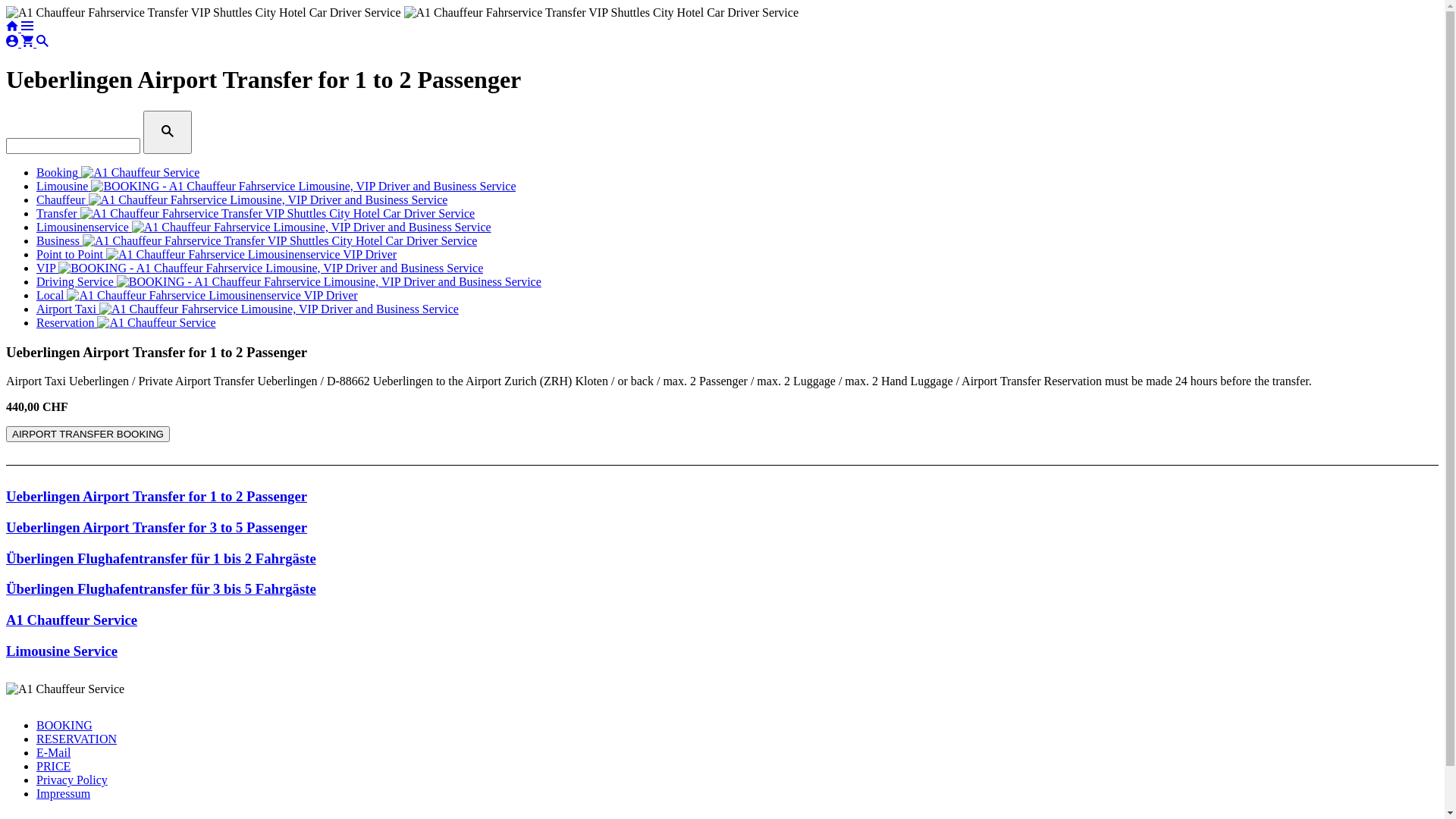 The image size is (1456, 819). What do you see at coordinates (256, 240) in the screenshot?
I see `'Business'` at bounding box center [256, 240].